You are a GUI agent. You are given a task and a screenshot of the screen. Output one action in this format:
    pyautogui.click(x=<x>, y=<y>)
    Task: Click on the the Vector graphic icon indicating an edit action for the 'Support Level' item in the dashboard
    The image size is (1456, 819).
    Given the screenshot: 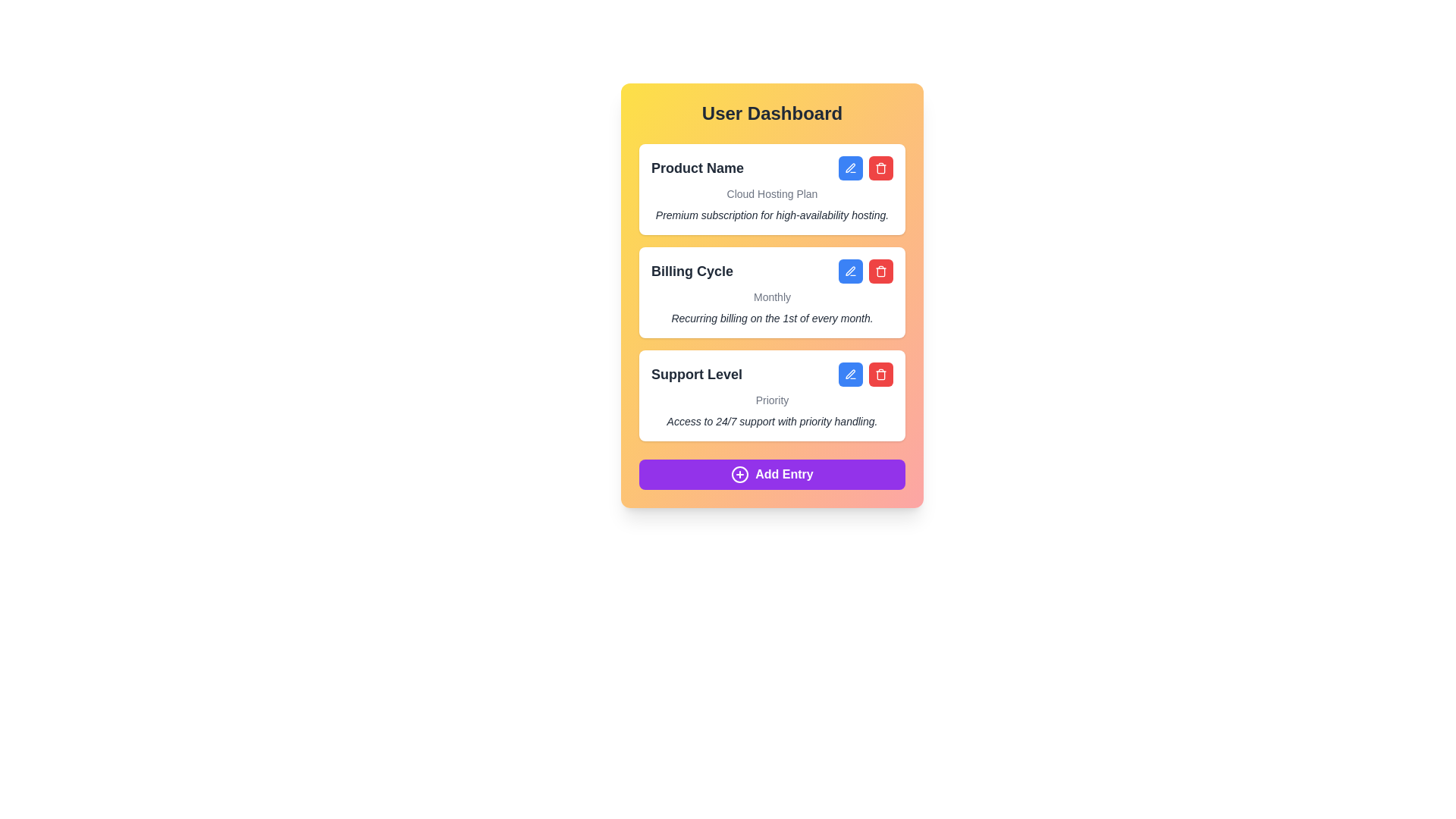 What is the action you would take?
    pyautogui.click(x=850, y=374)
    